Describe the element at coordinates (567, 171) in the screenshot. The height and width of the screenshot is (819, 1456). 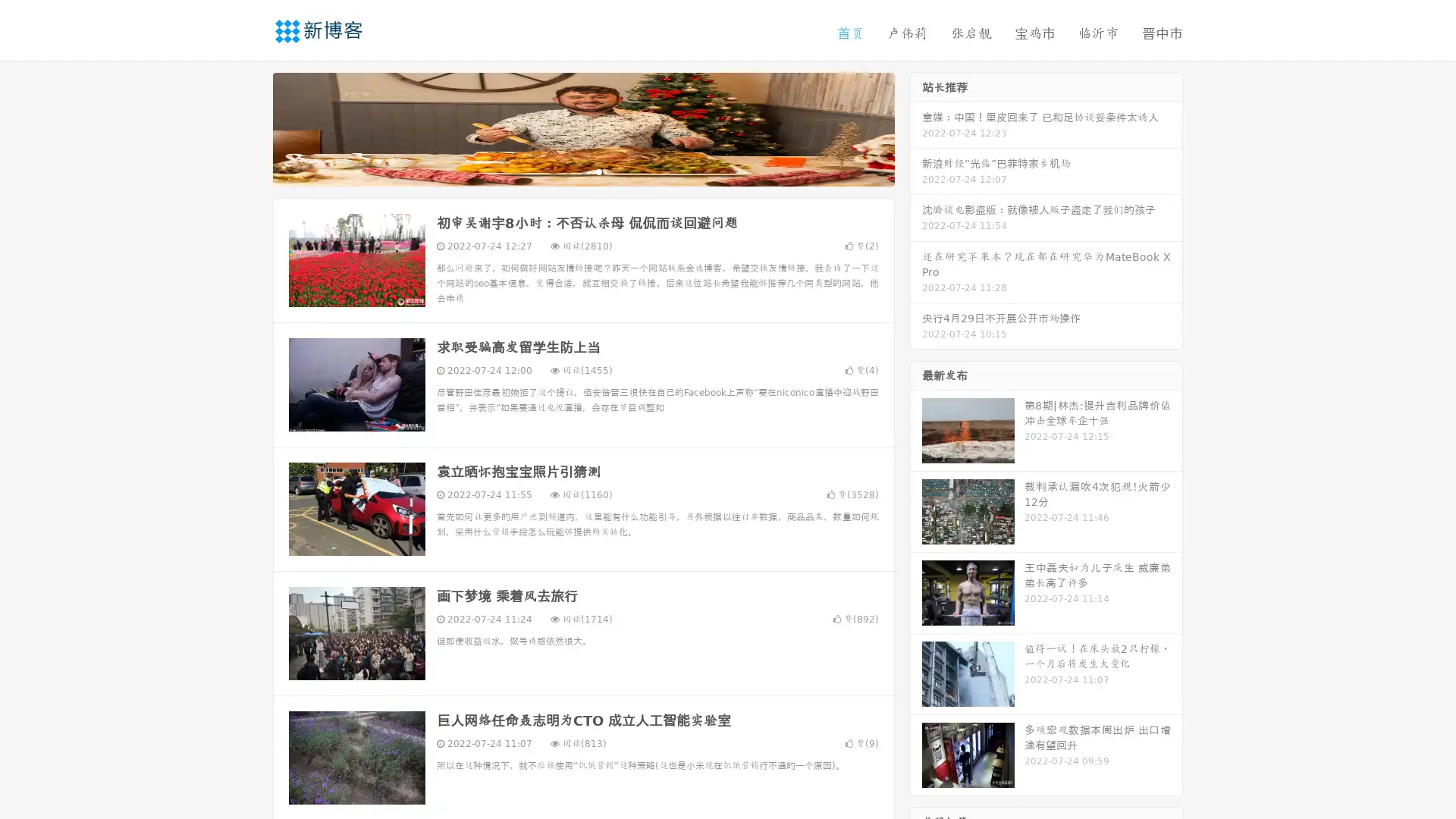
I see `Go to slide 1` at that location.